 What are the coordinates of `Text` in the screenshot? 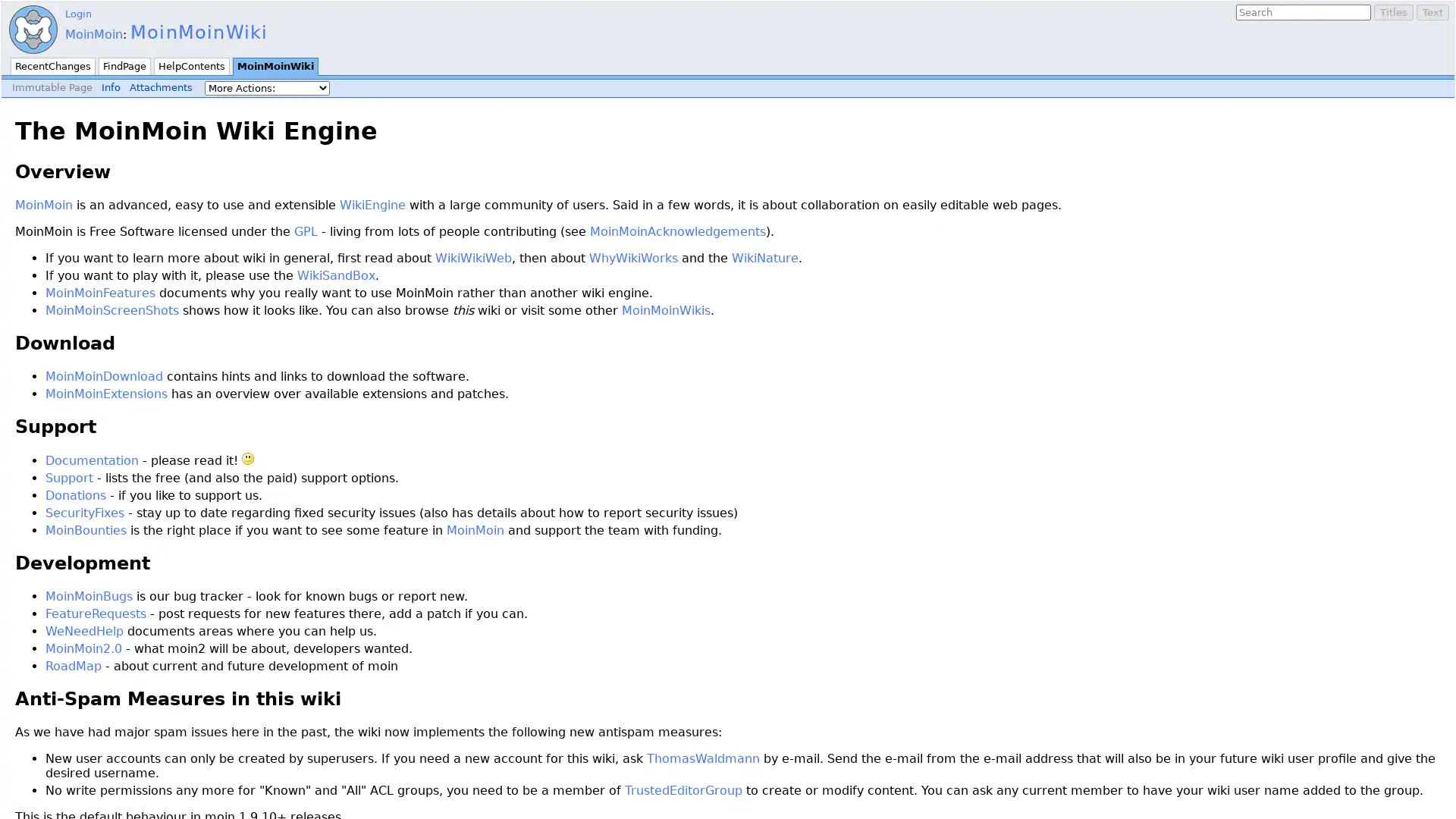 It's located at (1432, 12).